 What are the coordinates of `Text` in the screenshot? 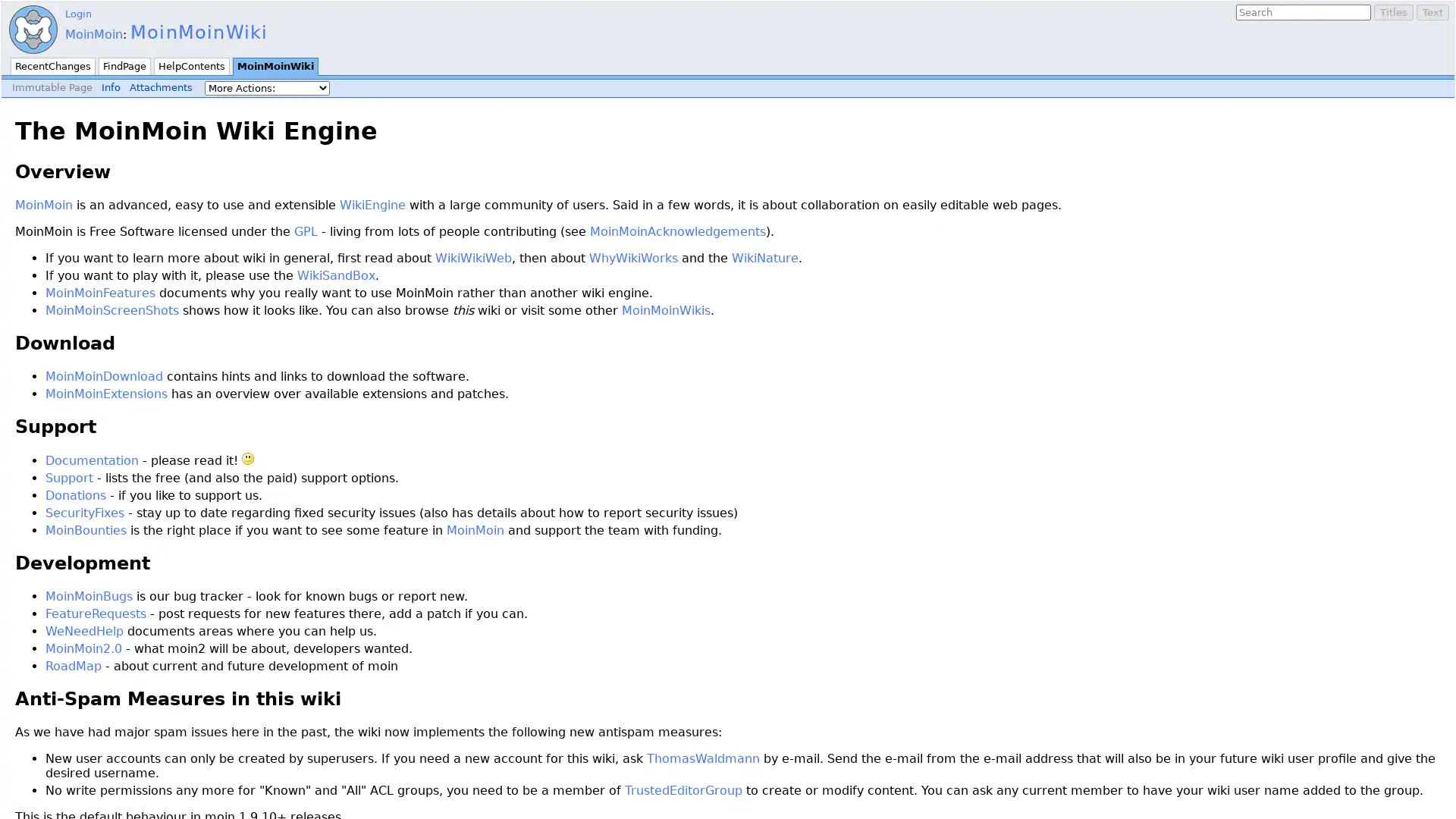 It's located at (1432, 12).